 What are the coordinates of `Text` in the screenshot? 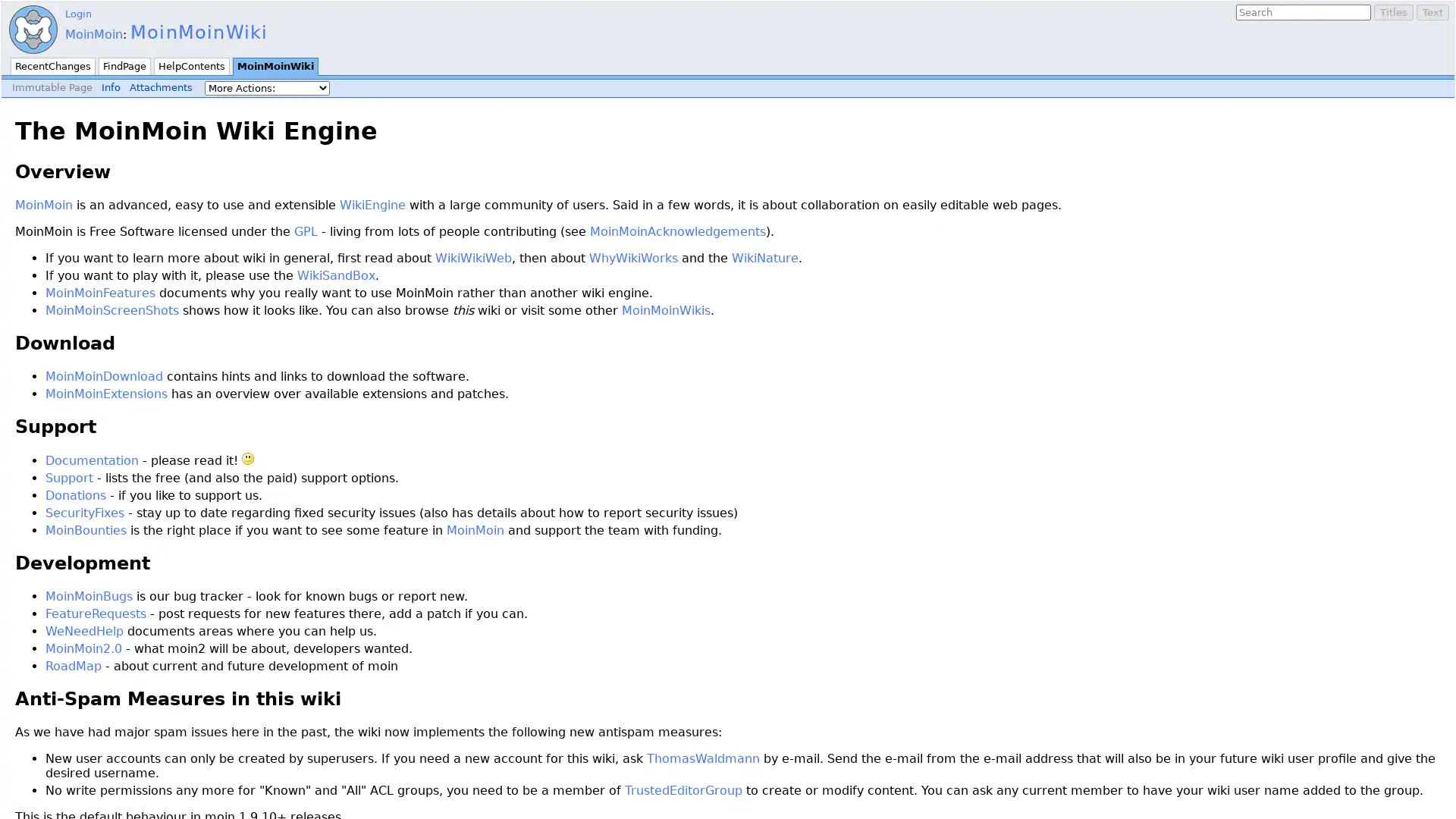 It's located at (1432, 12).